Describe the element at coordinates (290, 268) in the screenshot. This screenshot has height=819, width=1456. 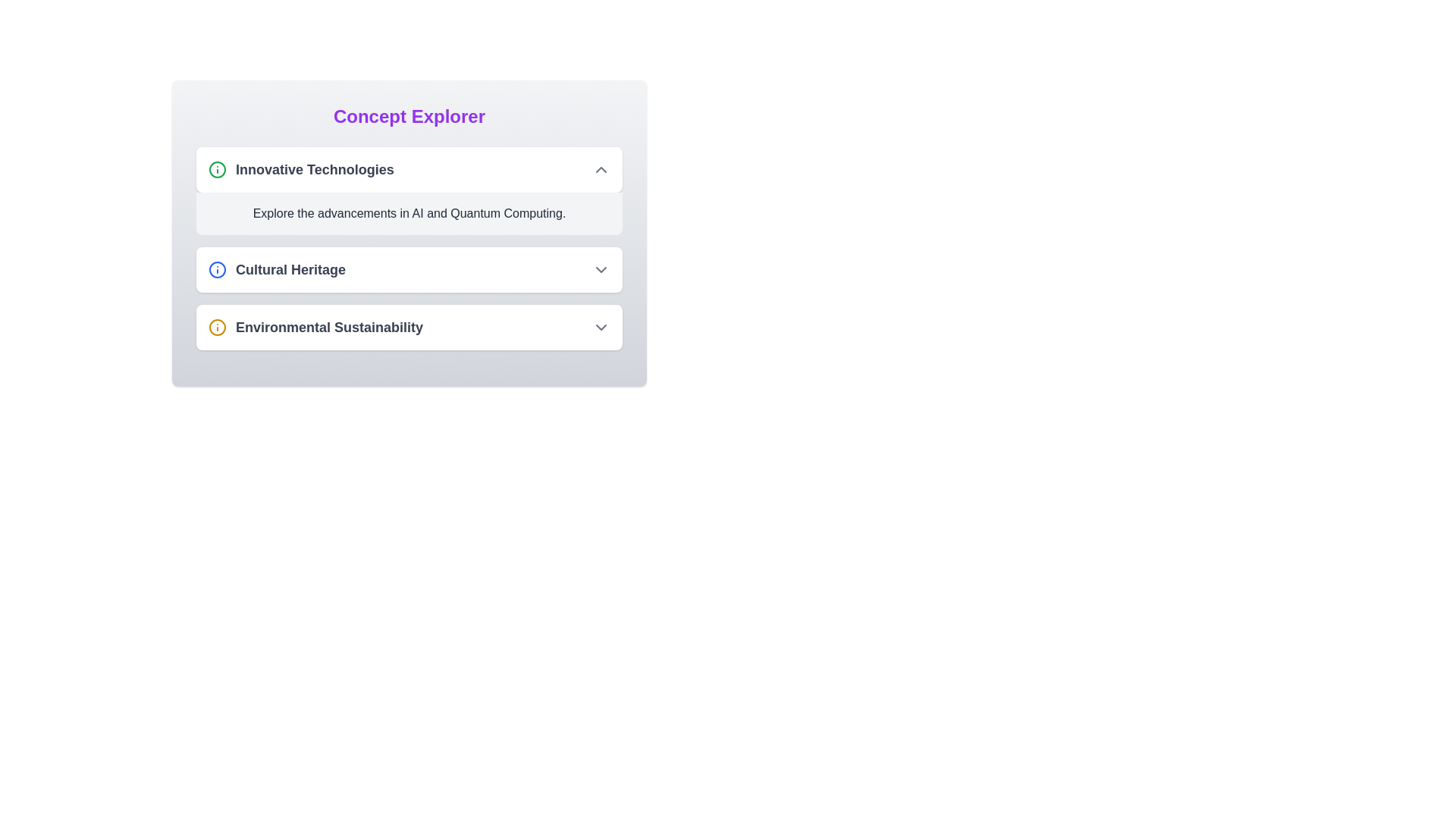
I see `the text label that identifies a conceptual category or section, located to the right of the information icon in the second list item of the Concept Explorer section` at that location.